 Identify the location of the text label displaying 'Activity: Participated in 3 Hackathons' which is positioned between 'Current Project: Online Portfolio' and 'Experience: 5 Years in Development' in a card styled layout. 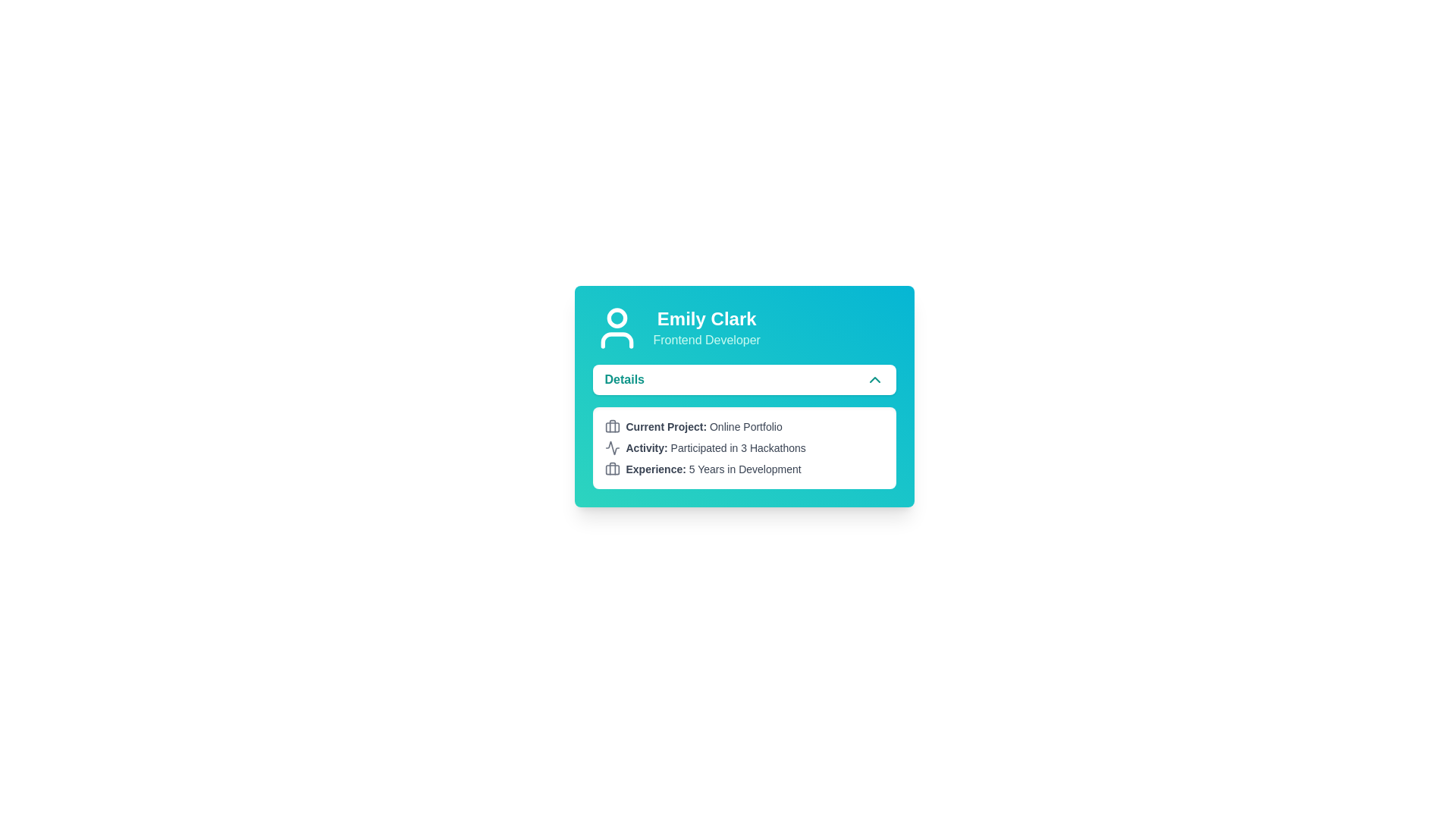
(715, 447).